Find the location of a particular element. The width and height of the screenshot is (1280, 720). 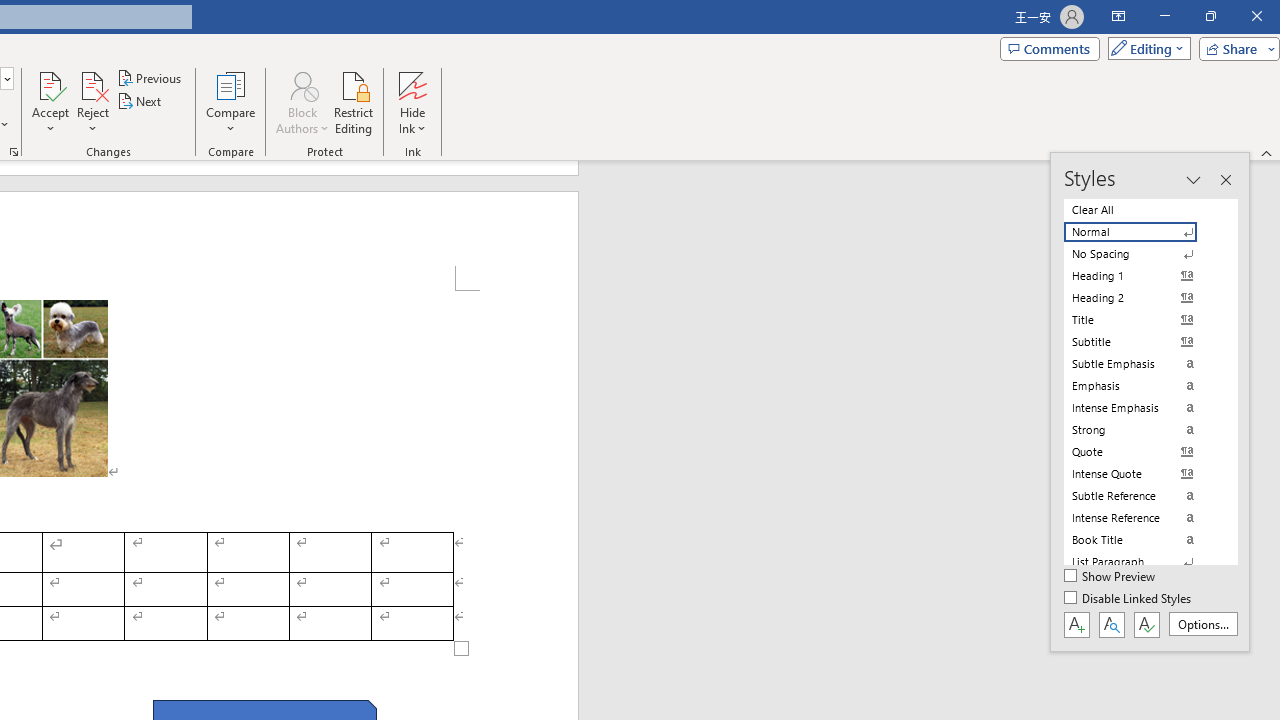

'Accept and Move to Next' is located at coordinates (50, 84).